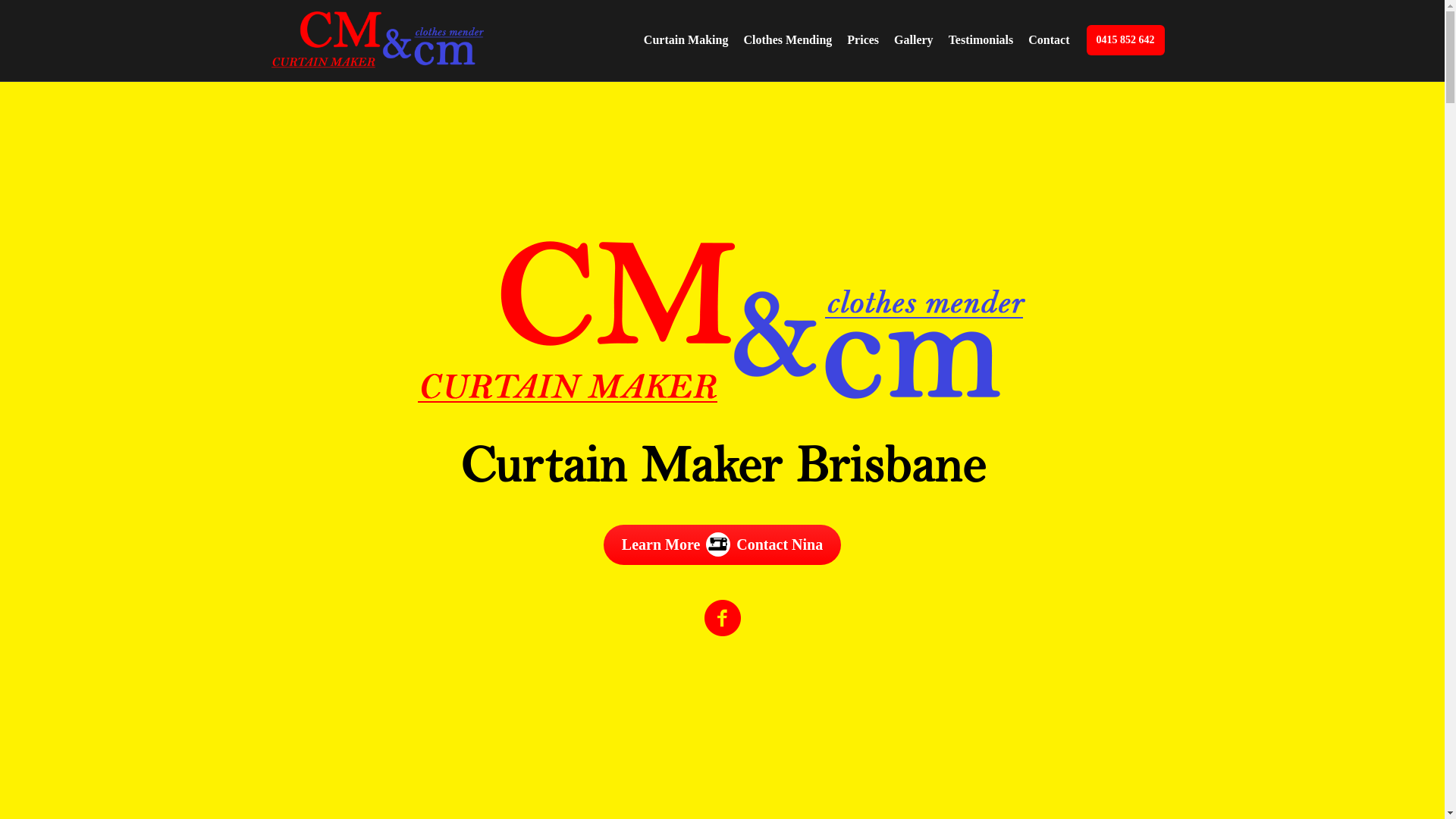 This screenshot has height=819, width=1456. I want to click on 'Curtain Making', so click(686, 39).